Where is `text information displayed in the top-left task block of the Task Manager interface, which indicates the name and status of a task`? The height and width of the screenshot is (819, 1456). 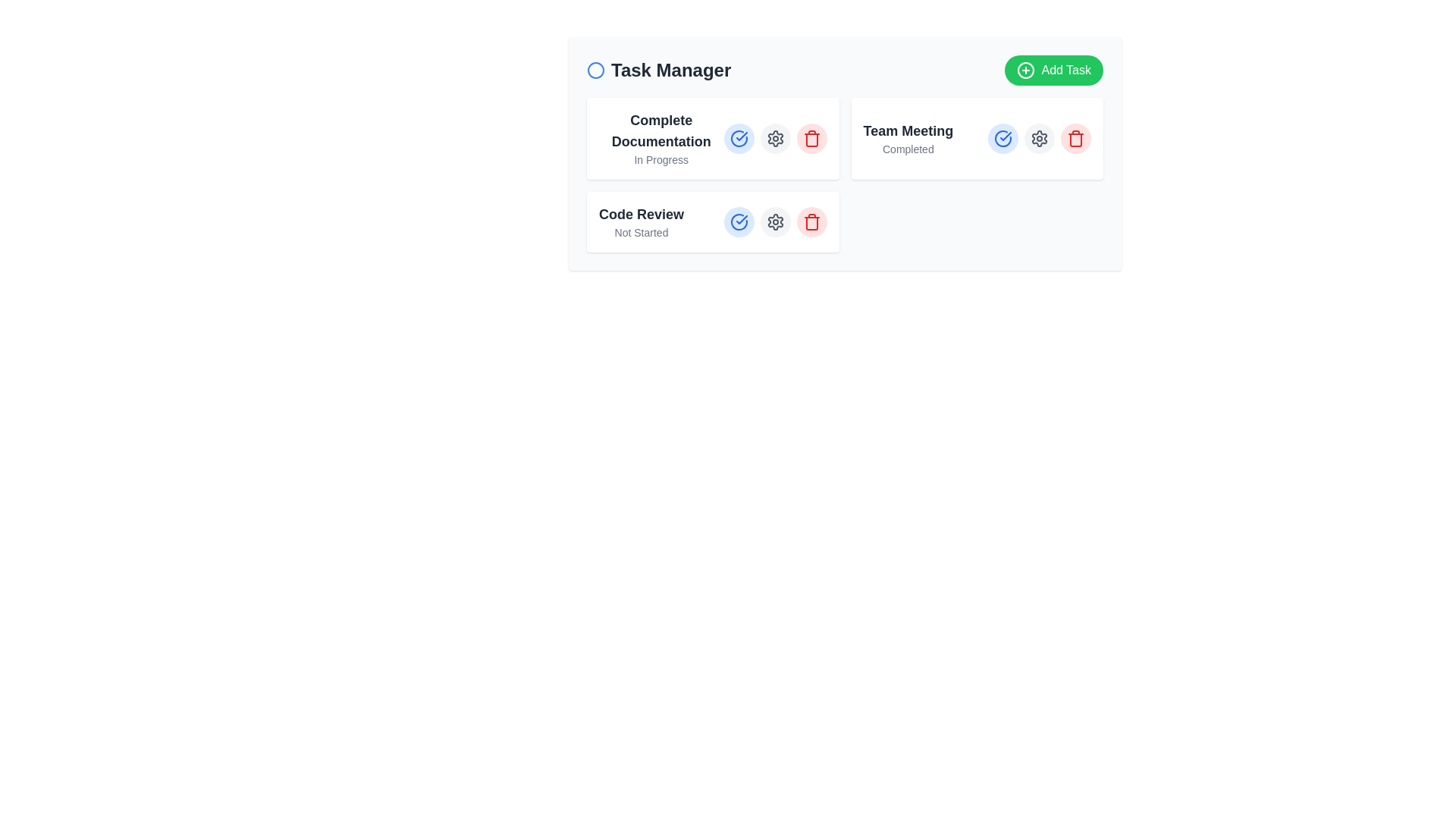
text information displayed in the top-left task block of the Task Manager interface, which indicates the name and status of a task is located at coordinates (661, 138).